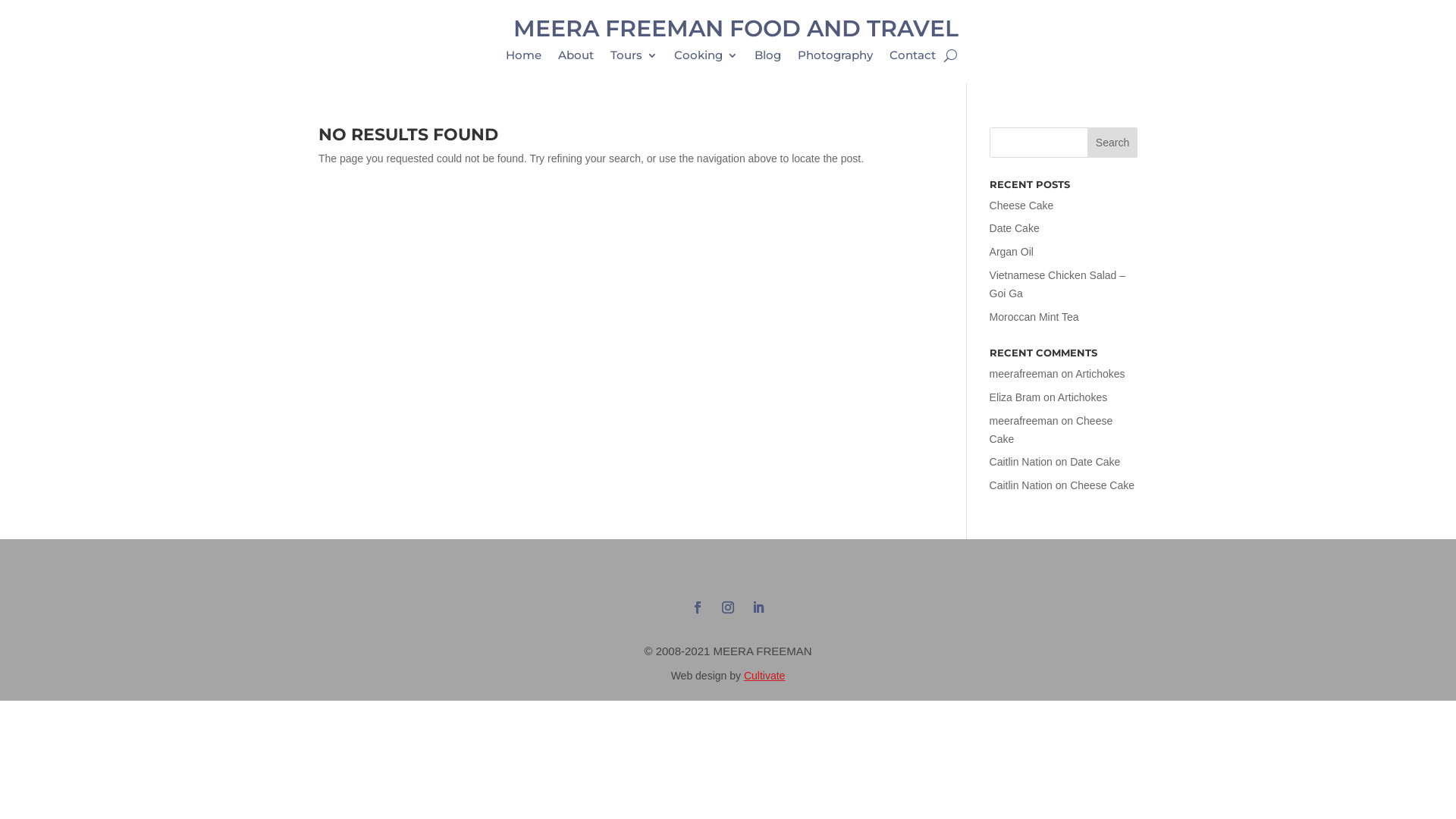 Image resolution: width=1456 pixels, height=819 pixels. Describe the element at coordinates (990, 397) in the screenshot. I see `'Eliza Bram'` at that location.